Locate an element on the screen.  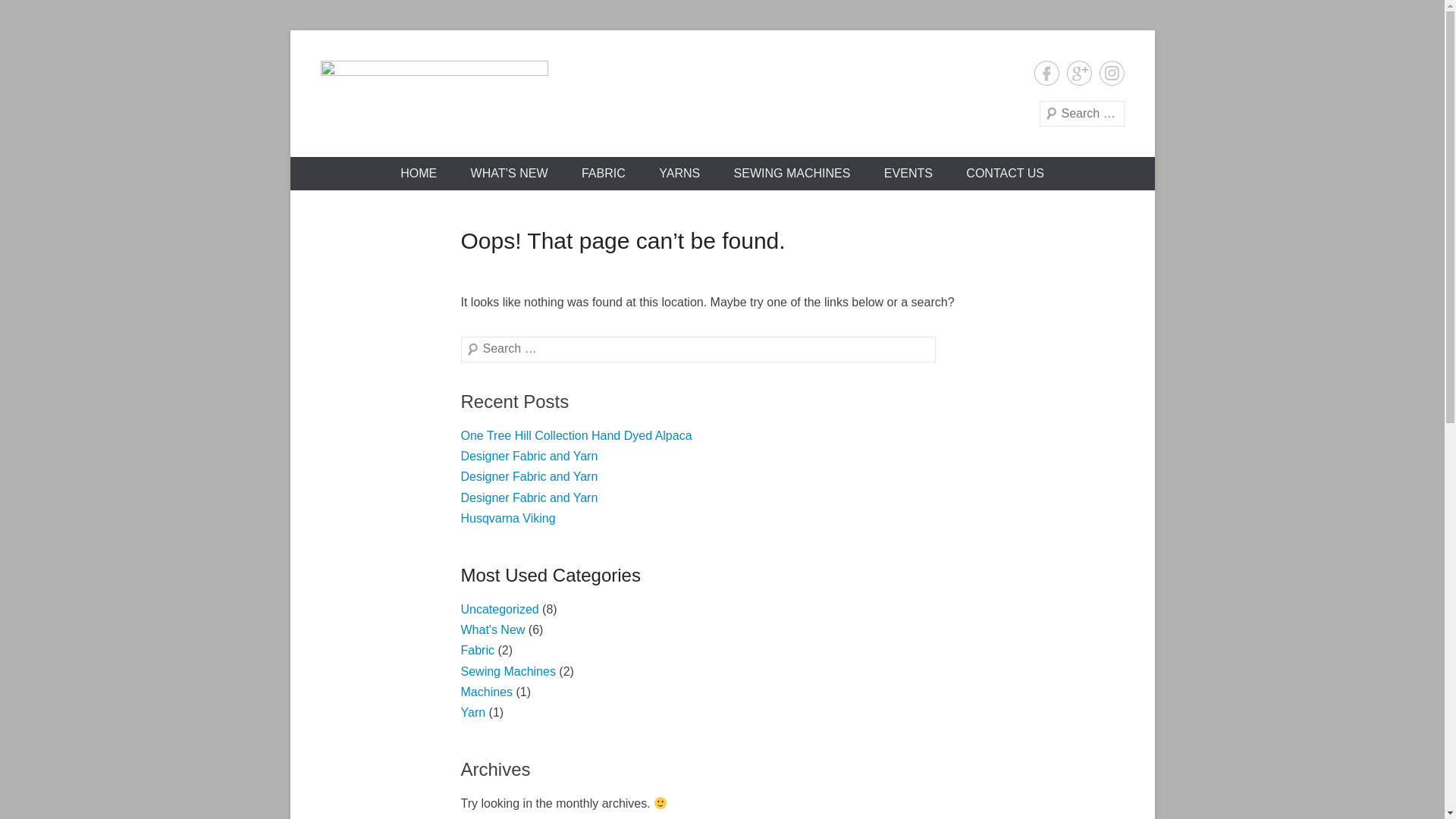
'Designer Fabric and Yarn' is located at coordinates (529, 475).